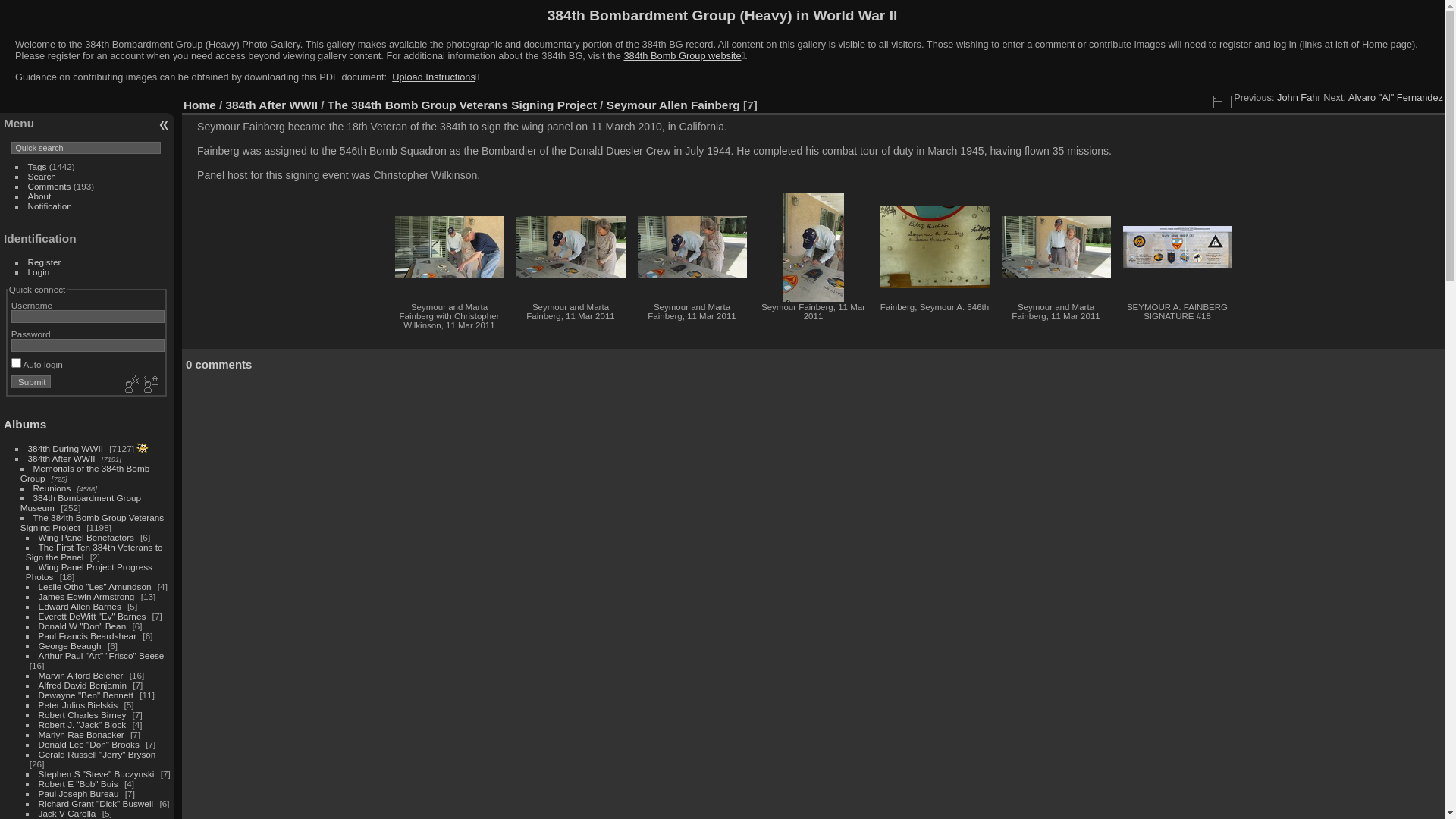 The width and height of the screenshot is (1456, 819). What do you see at coordinates (86, 595) in the screenshot?
I see `'James Edwin Armstrong'` at bounding box center [86, 595].